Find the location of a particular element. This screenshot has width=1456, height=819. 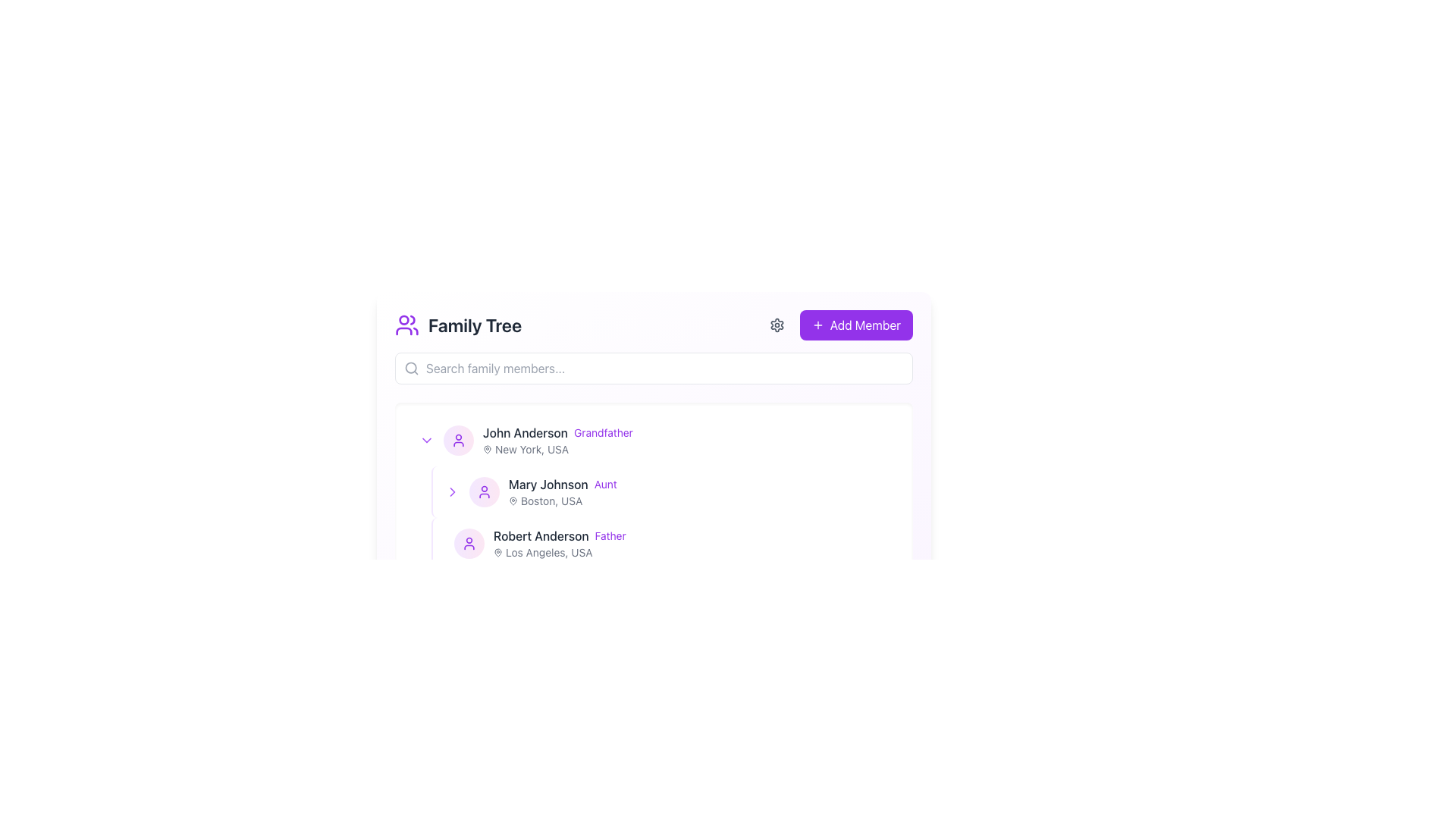

the minimalist light gray magnifying glass icon located at the left edge of the search input box, which signifies a search function is located at coordinates (411, 369).